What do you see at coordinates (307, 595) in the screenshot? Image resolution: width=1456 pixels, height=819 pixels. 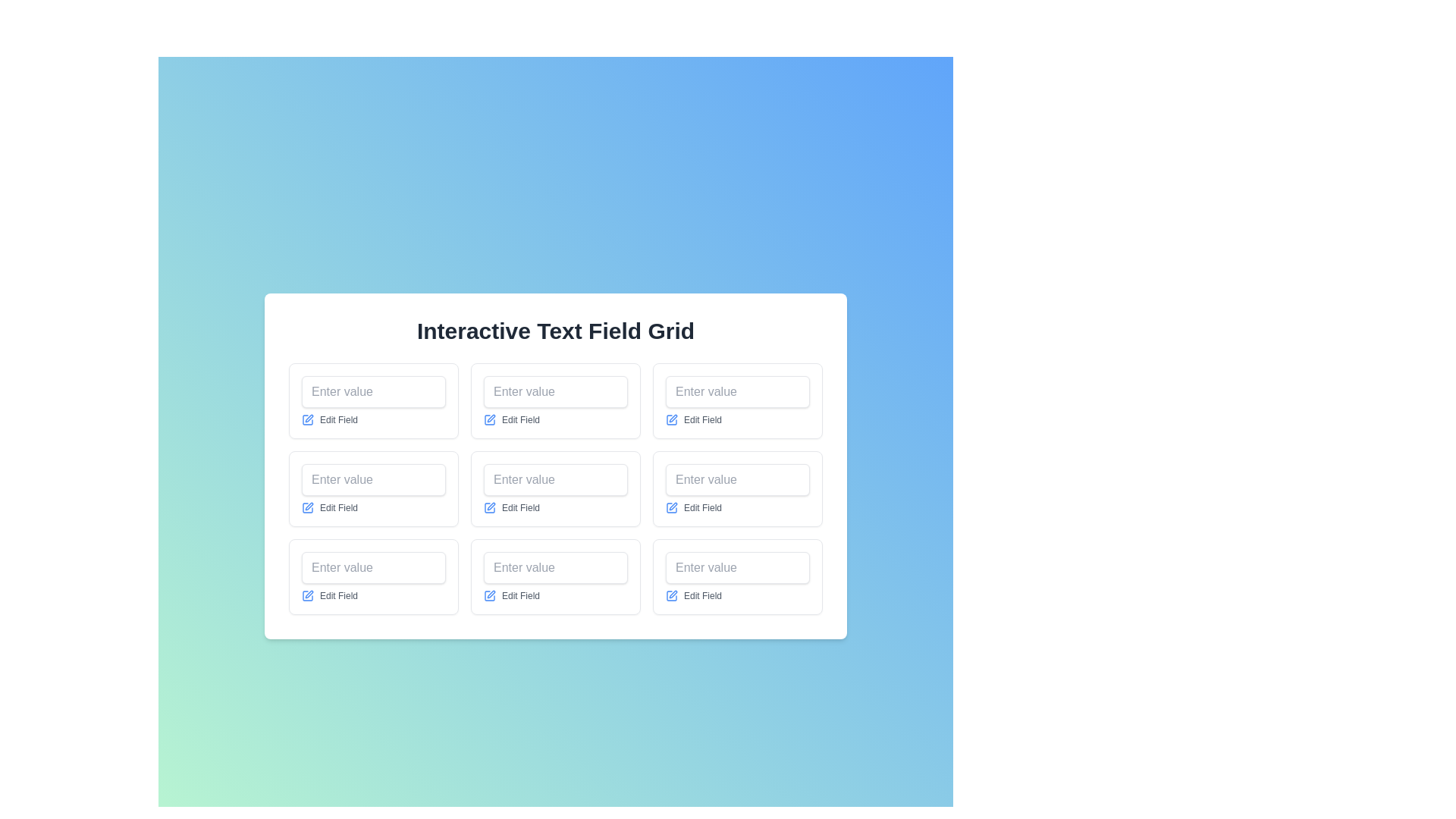 I see `the icon resembling a pen drawing within a square outline, located to the left of the label 'Edit Field', to initiate editing functionality` at bounding box center [307, 595].